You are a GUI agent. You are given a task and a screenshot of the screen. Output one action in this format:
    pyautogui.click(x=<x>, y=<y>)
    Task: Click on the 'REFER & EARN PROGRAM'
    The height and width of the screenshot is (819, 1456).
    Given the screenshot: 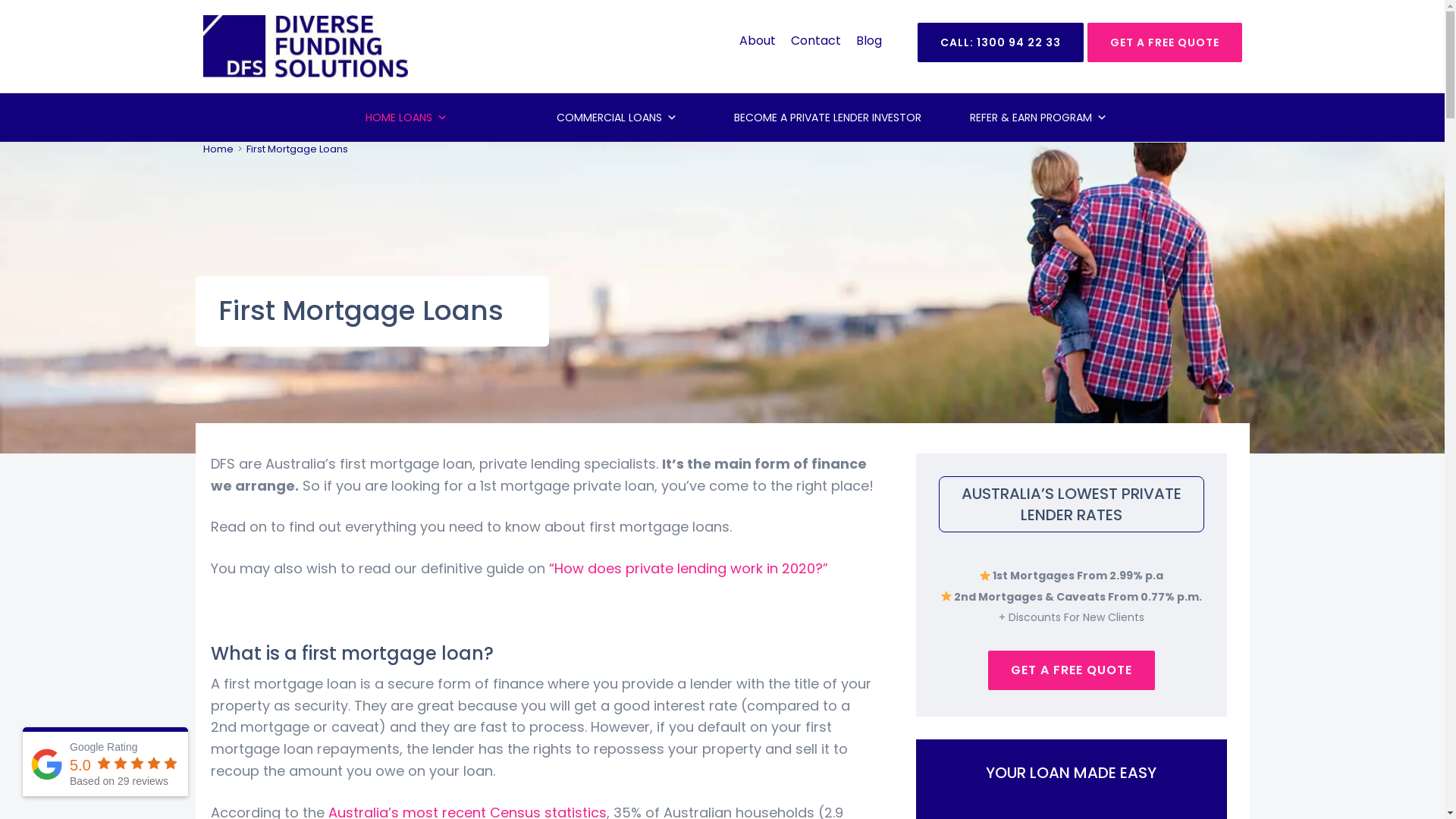 What is the action you would take?
    pyautogui.click(x=1037, y=116)
    